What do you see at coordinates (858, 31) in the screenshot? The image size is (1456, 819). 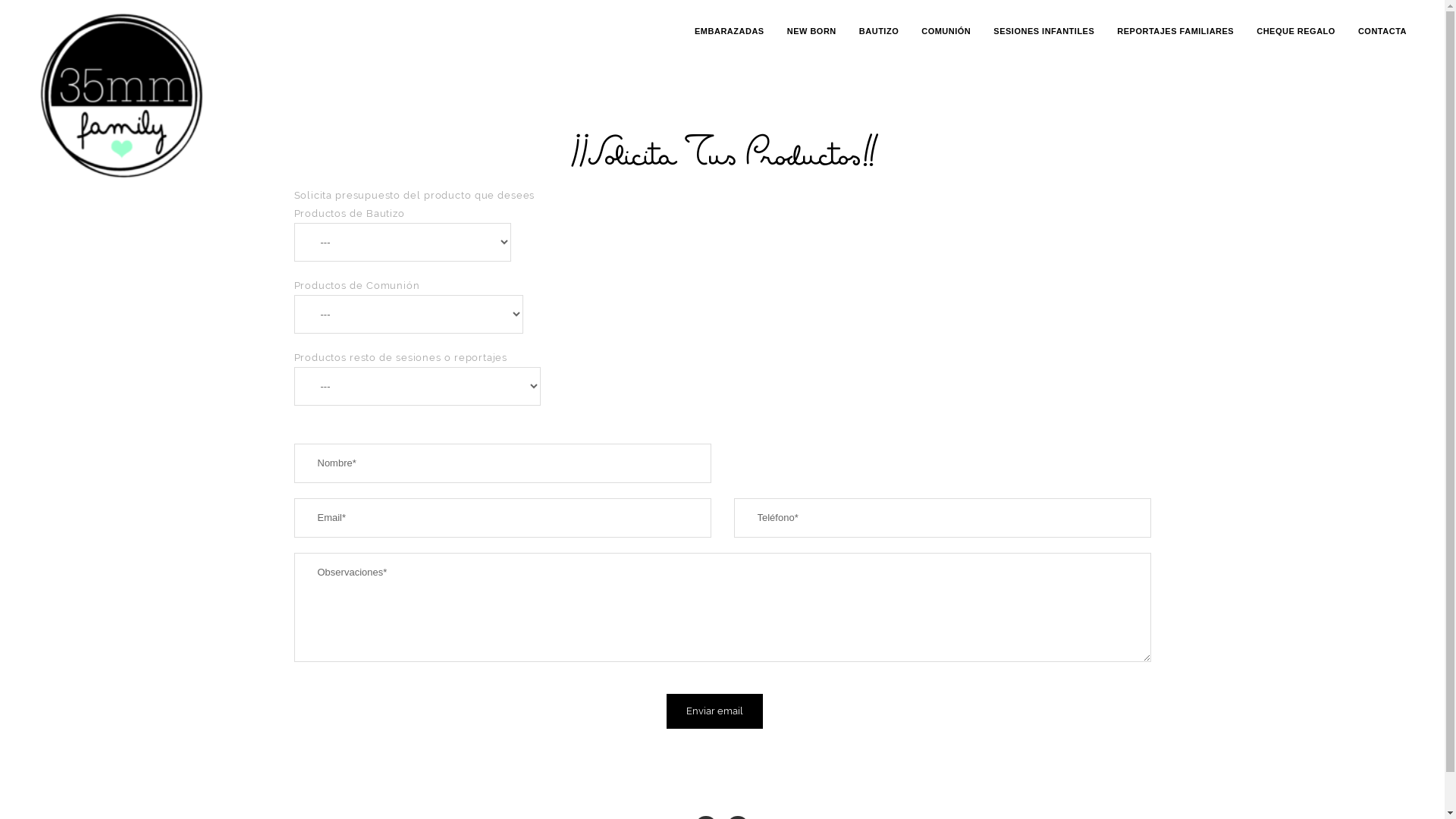 I see `'BAUTIZO'` at bounding box center [858, 31].